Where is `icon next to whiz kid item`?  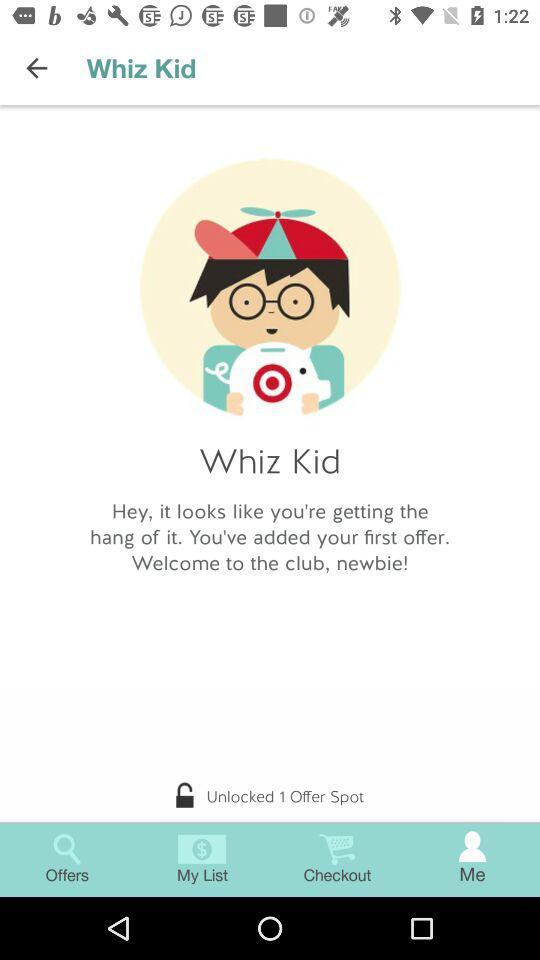
icon next to whiz kid item is located at coordinates (36, 68).